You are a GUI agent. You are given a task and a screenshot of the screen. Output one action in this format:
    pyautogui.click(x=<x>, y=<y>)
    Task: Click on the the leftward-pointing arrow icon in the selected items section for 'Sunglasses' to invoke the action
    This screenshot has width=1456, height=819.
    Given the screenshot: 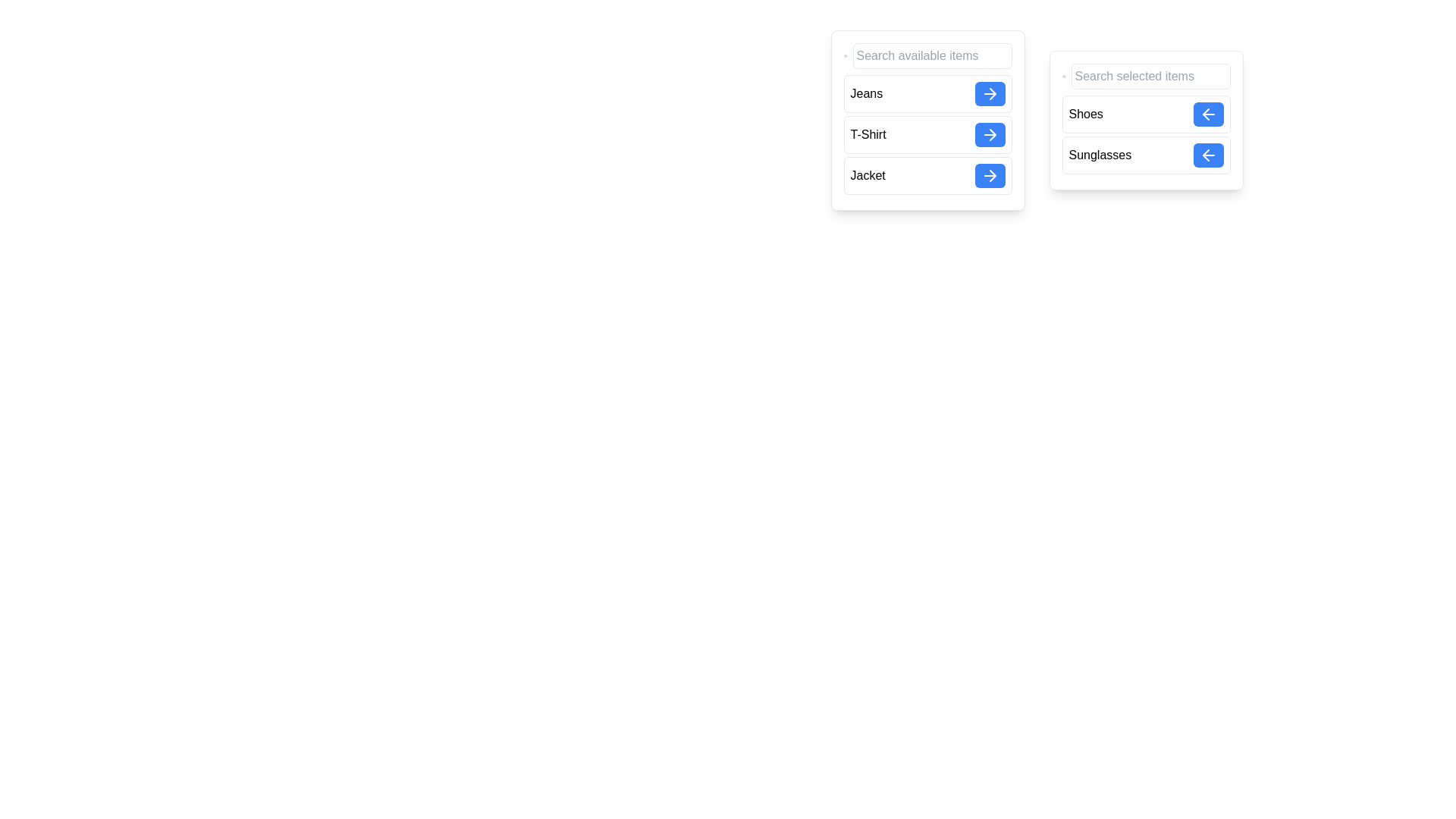 What is the action you would take?
    pyautogui.click(x=1204, y=155)
    